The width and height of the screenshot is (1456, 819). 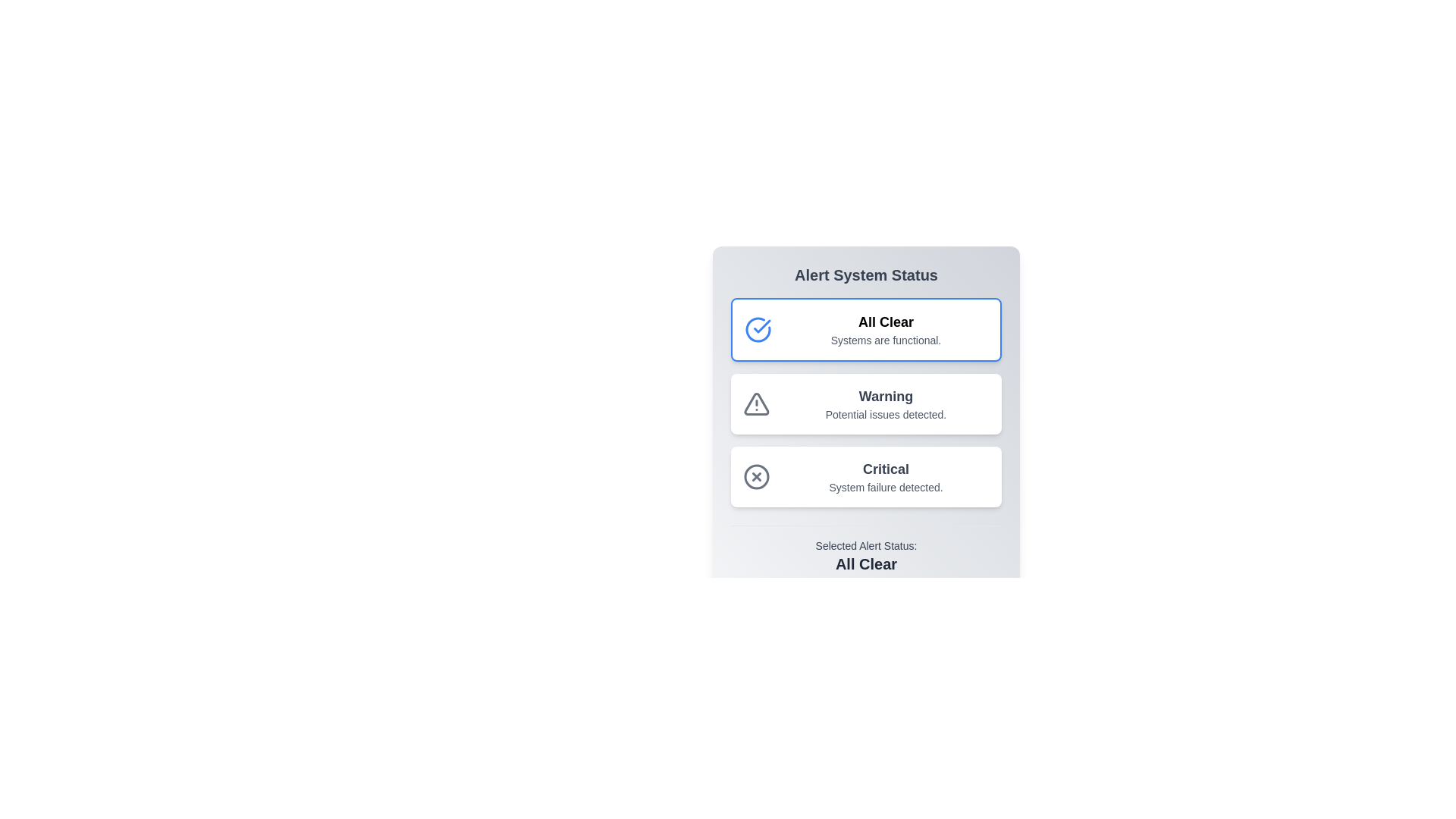 What do you see at coordinates (886, 329) in the screenshot?
I see `the text block displaying the title 'All Clear' with the subtitle 'Systems are functional.', which is horizontally centered within the status card` at bounding box center [886, 329].